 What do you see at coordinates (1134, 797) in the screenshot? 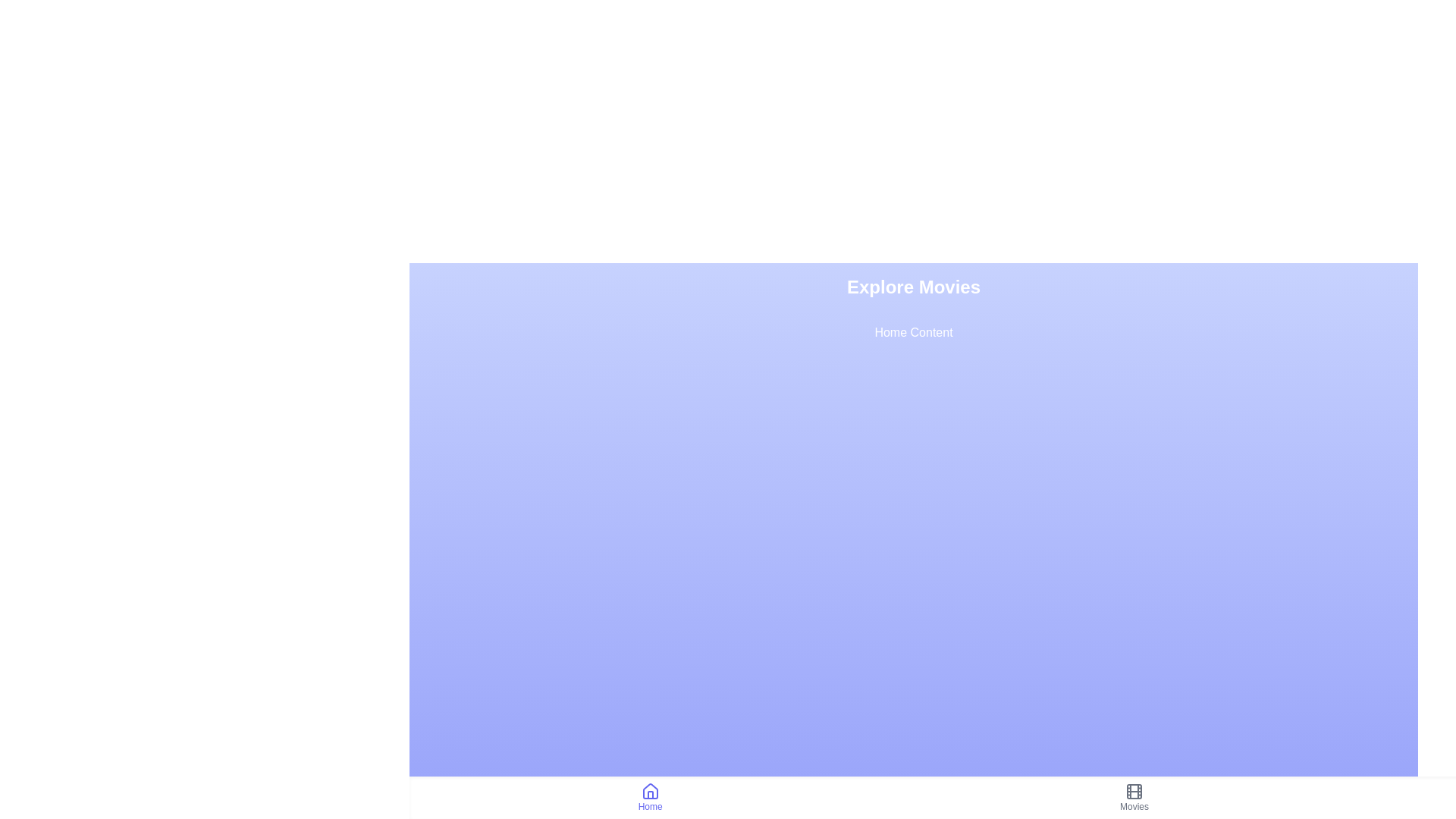
I see `the navigation button located centrally at the bottom of the interface` at bounding box center [1134, 797].